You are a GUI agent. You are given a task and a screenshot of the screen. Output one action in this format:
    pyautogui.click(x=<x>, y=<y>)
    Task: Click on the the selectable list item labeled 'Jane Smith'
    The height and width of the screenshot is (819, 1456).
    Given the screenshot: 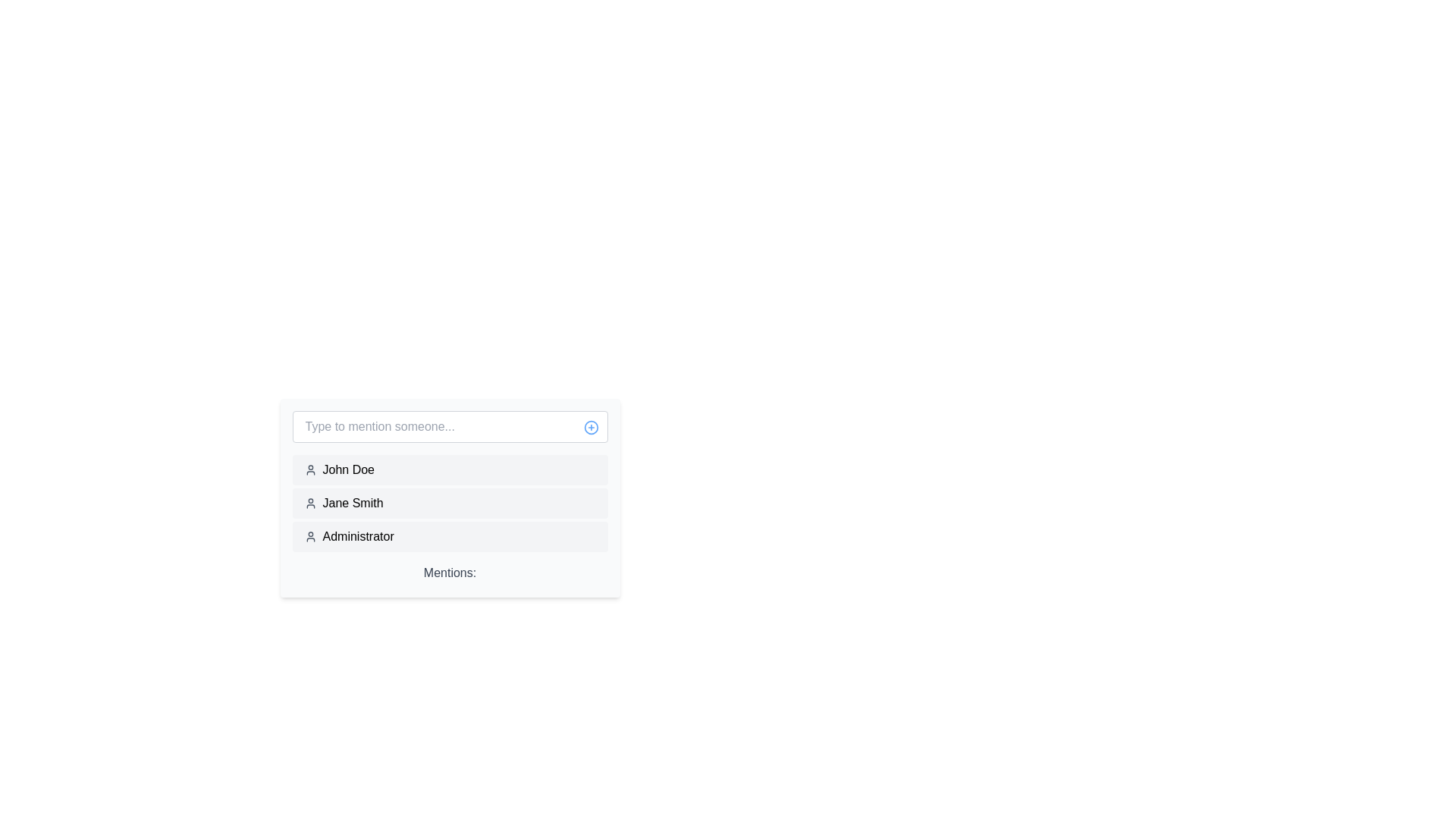 What is the action you would take?
    pyautogui.click(x=449, y=503)
    